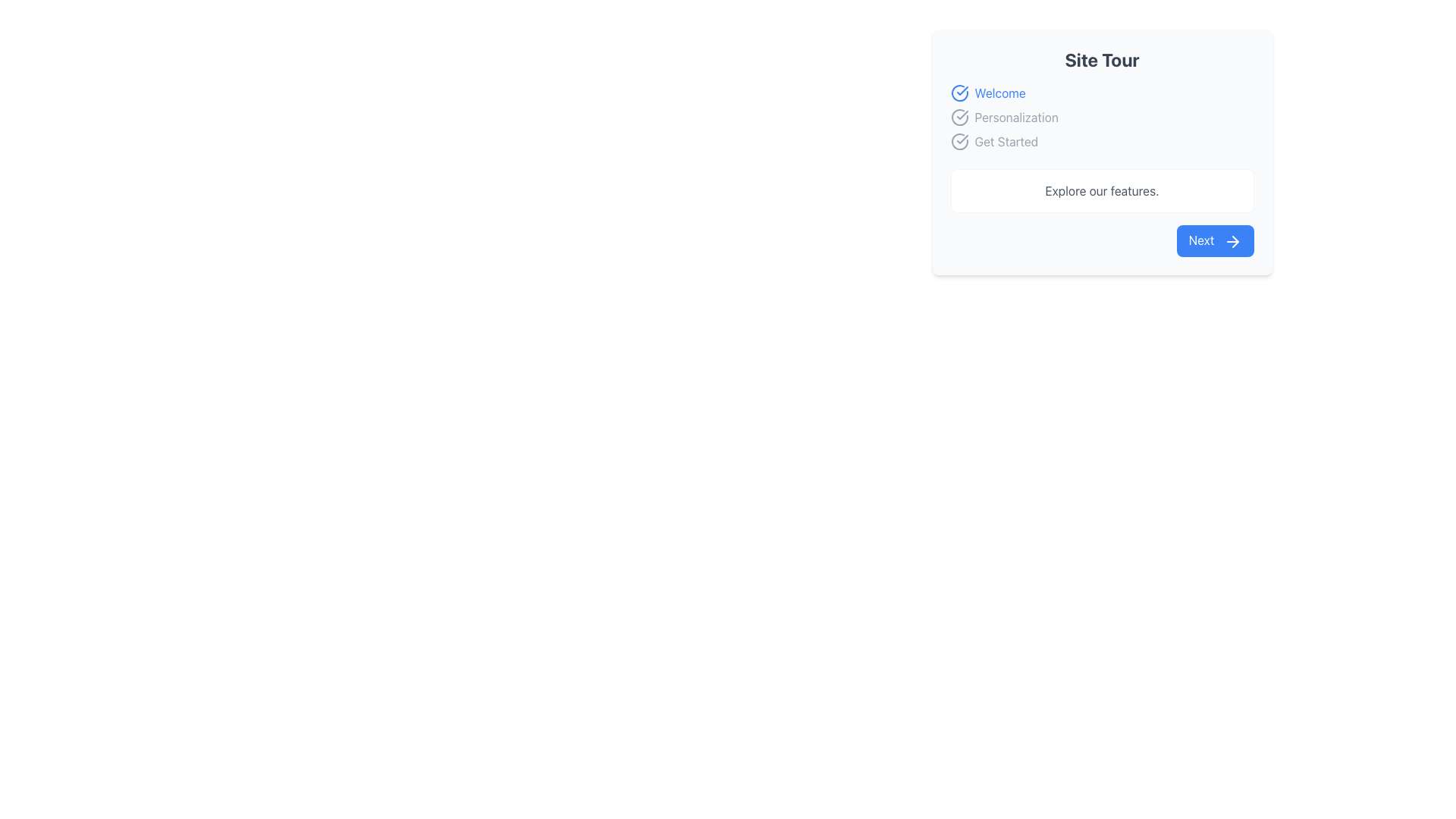 This screenshot has width=1456, height=819. I want to click on the bold text heading 'Site Tour' located at the top of the card component, so click(1102, 58).